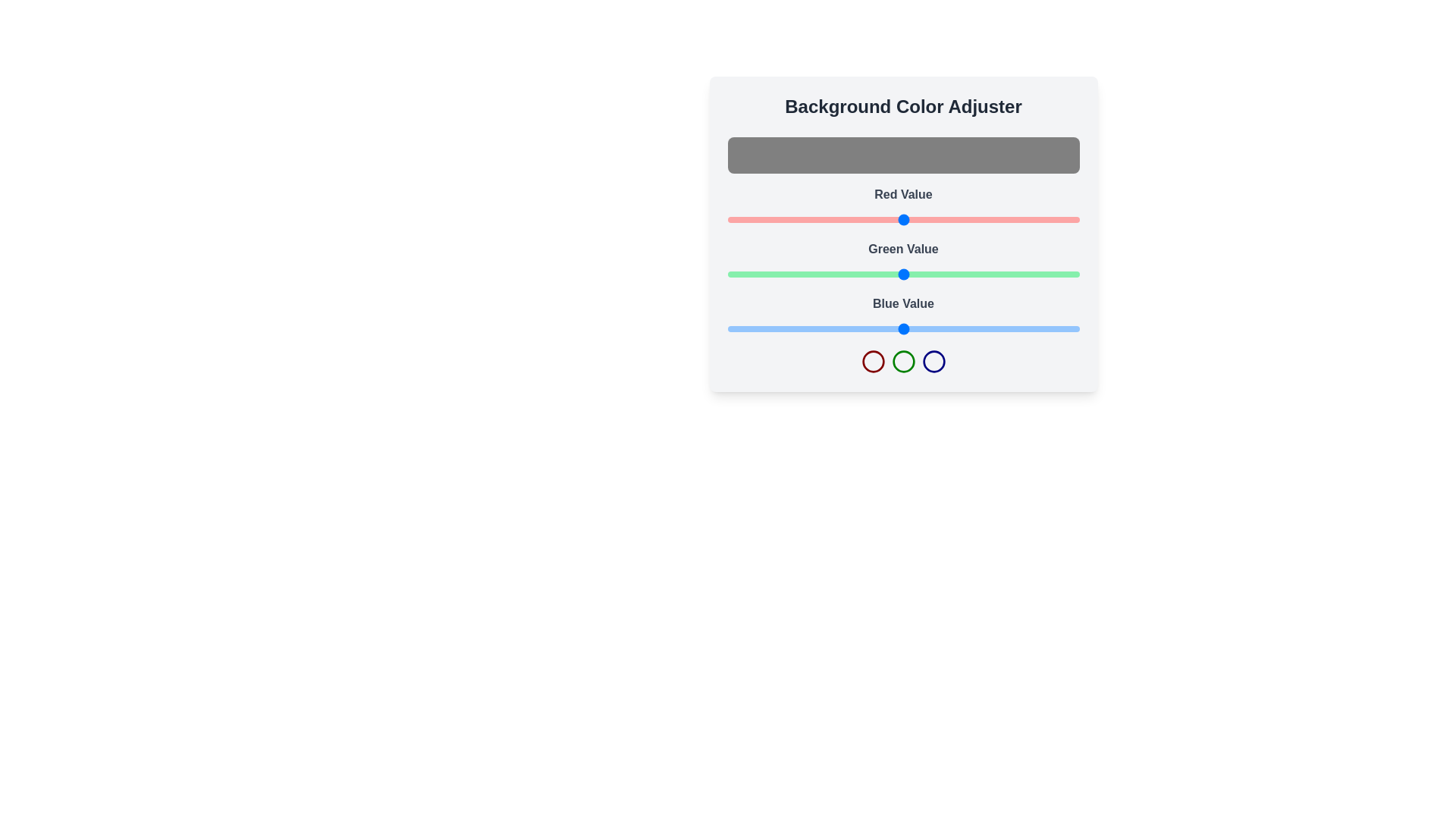 This screenshot has height=819, width=1456. What do you see at coordinates (877, 328) in the screenshot?
I see `the blue slider to set the blue value to 109` at bounding box center [877, 328].